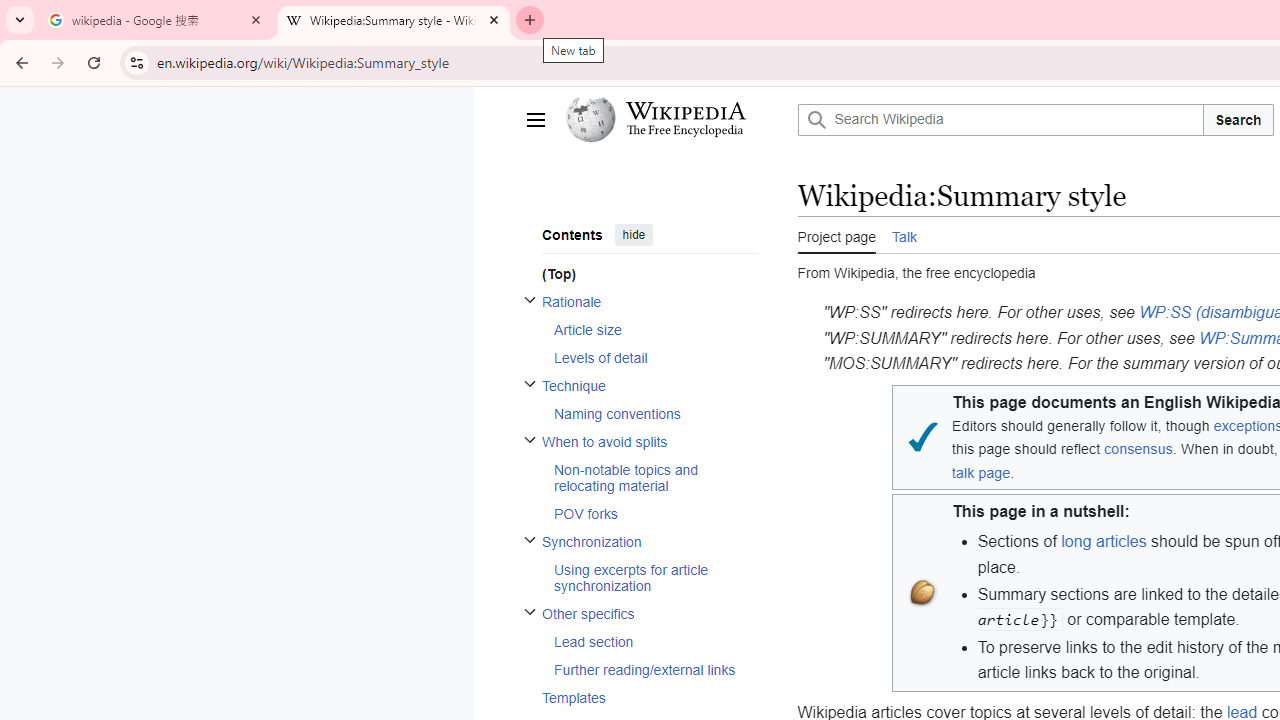 The width and height of the screenshot is (1280, 720). What do you see at coordinates (394, 20) in the screenshot?
I see `'Wikipedia:Summary style - Wikipedia'` at bounding box center [394, 20].